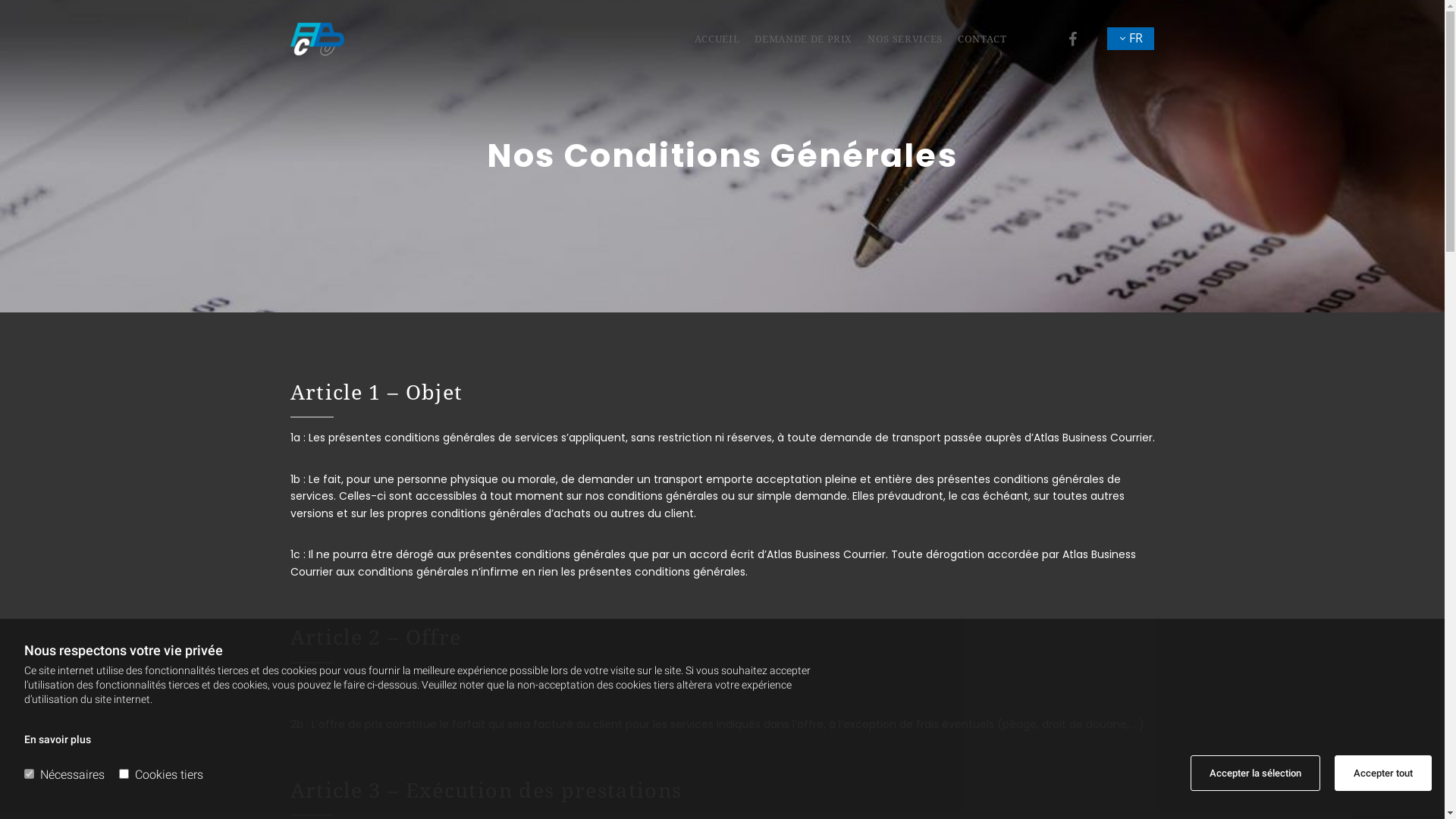 The width and height of the screenshot is (1456, 819). Describe the element at coordinates (58, 739) in the screenshot. I see `'En savoir plus'` at that location.